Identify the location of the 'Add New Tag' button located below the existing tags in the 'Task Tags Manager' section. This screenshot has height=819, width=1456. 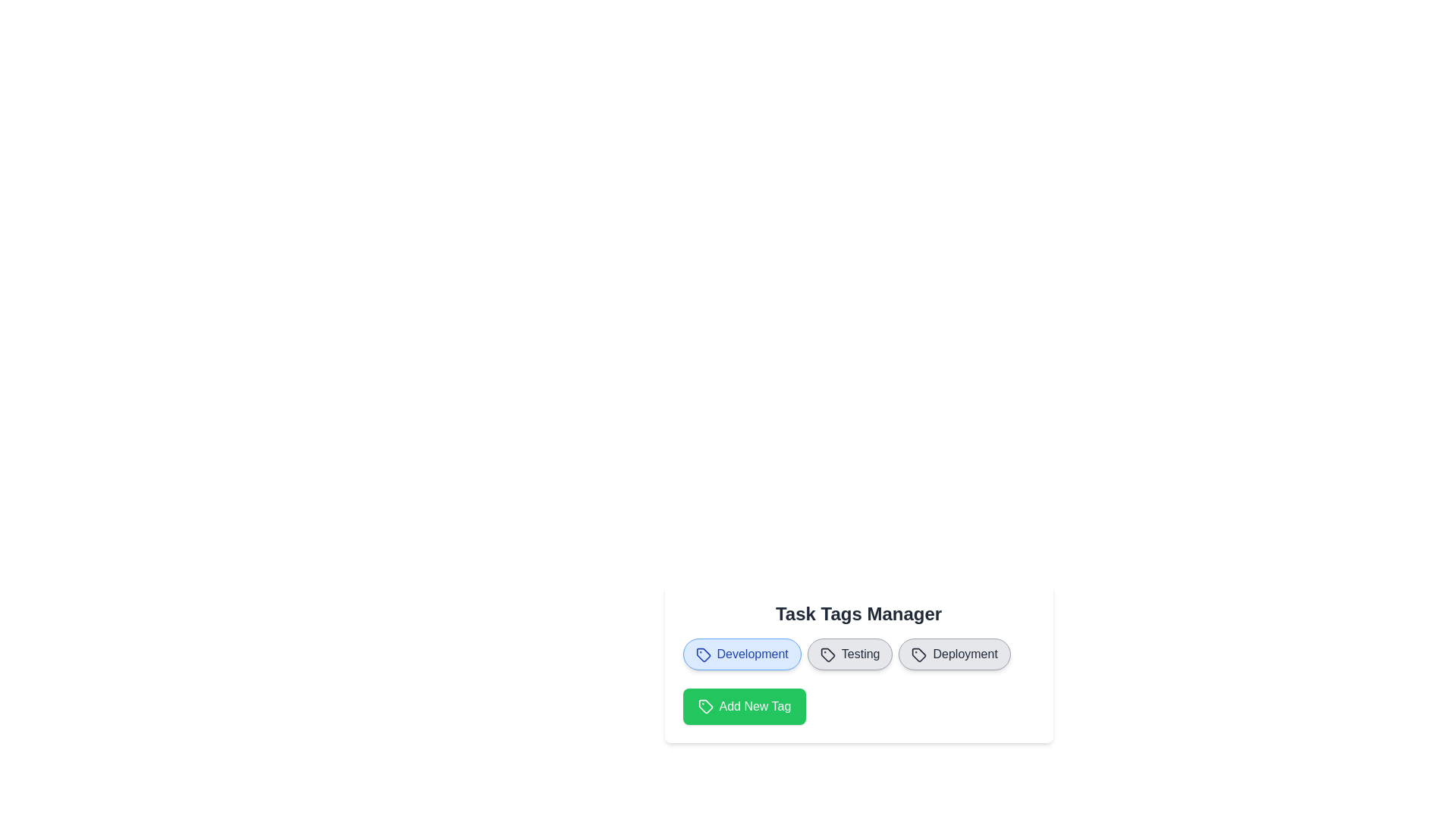
(744, 707).